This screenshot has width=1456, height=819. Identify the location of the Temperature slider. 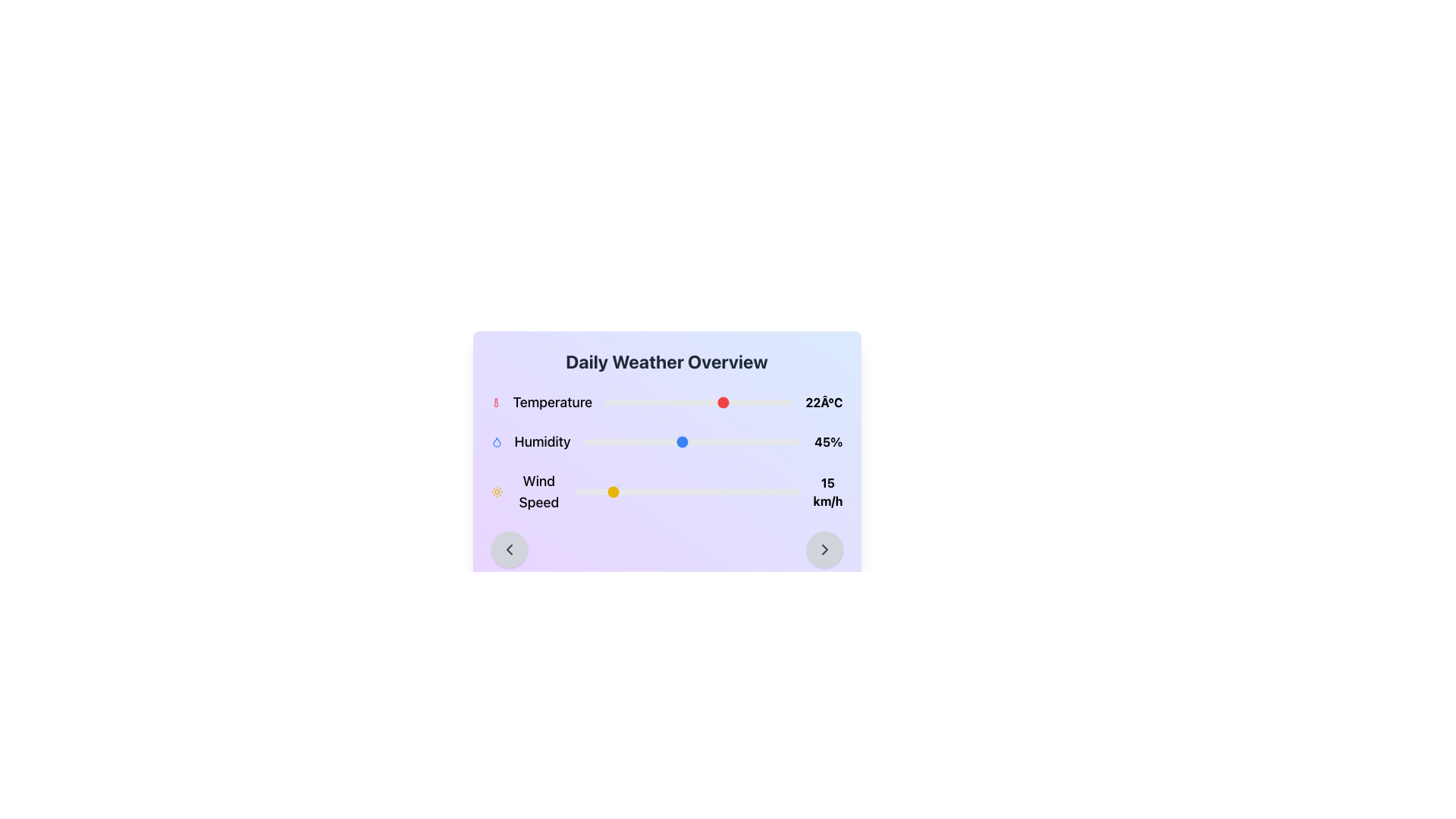
(752, 402).